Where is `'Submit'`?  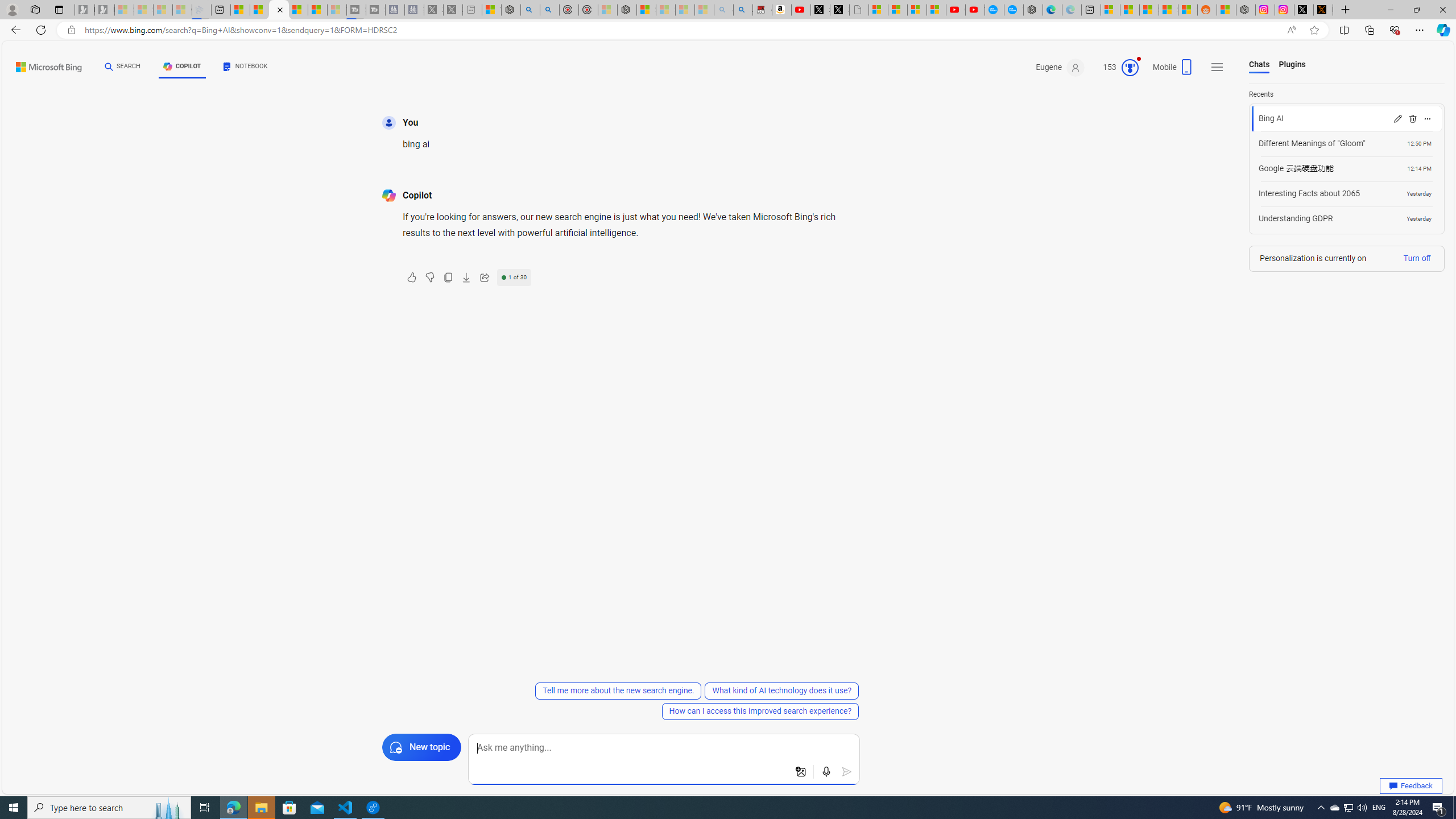 'Submit' is located at coordinates (846, 771).